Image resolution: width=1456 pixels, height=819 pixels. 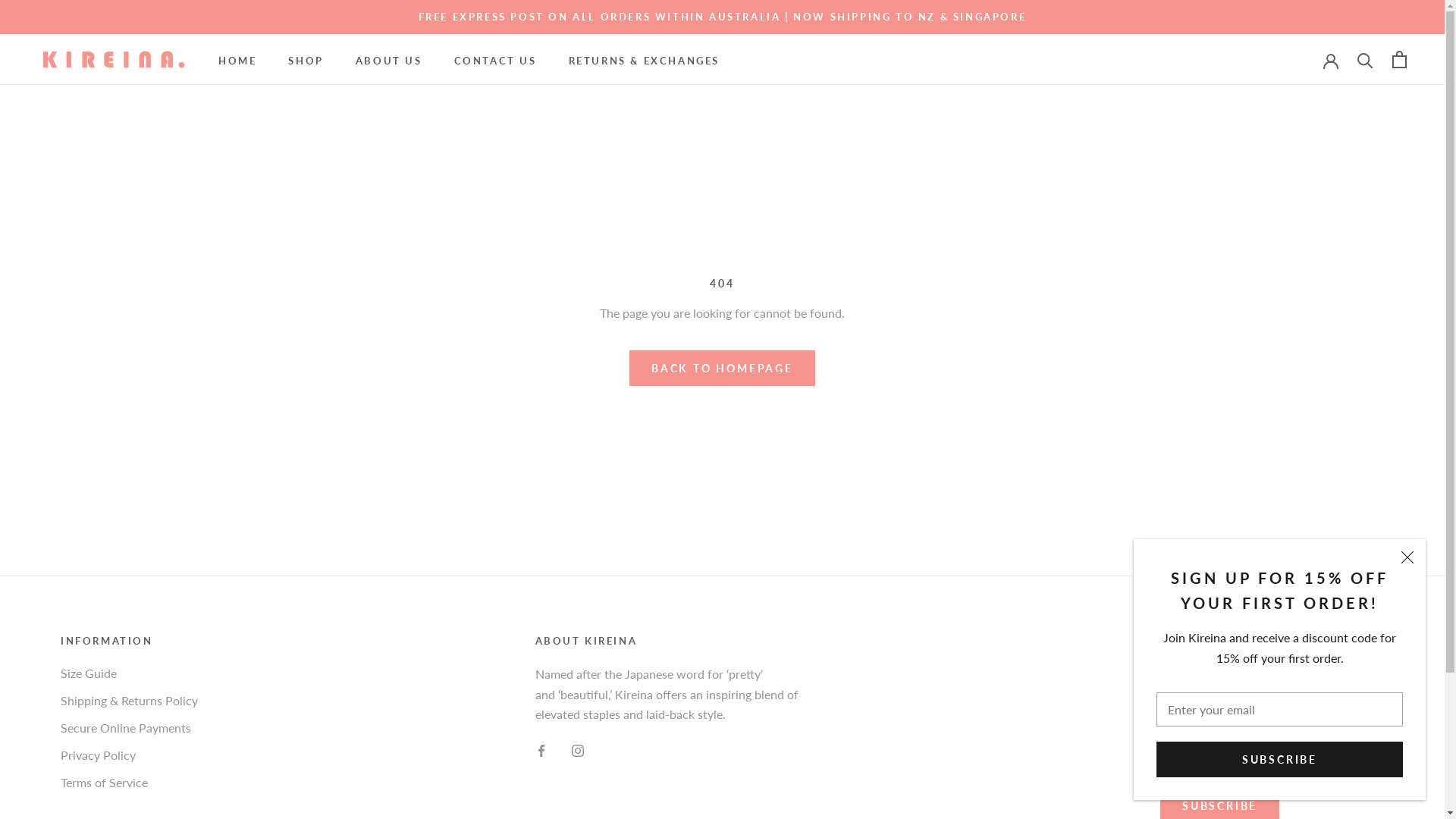 What do you see at coordinates (129, 727) in the screenshot?
I see `'Secure Online Payments'` at bounding box center [129, 727].